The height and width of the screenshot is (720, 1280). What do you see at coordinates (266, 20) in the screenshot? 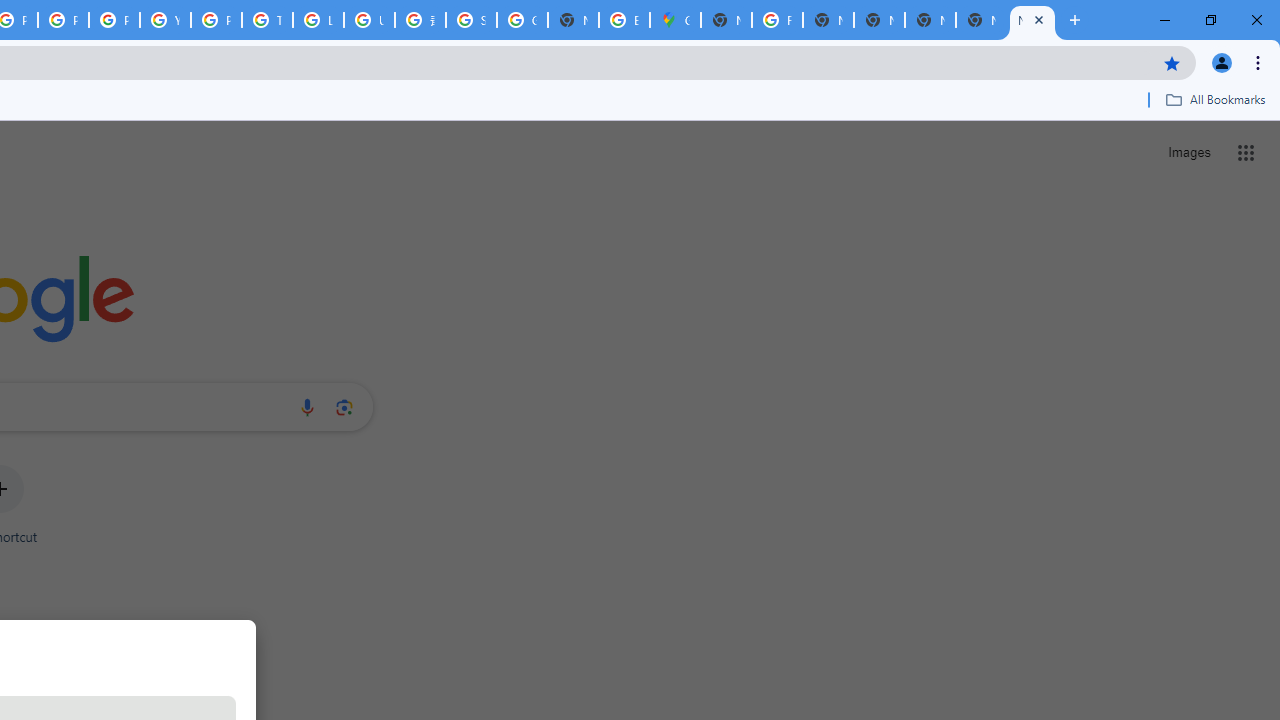
I see `'Tips & tricks for Chrome - Google Chrome Help'` at bounding box center [266, 20].